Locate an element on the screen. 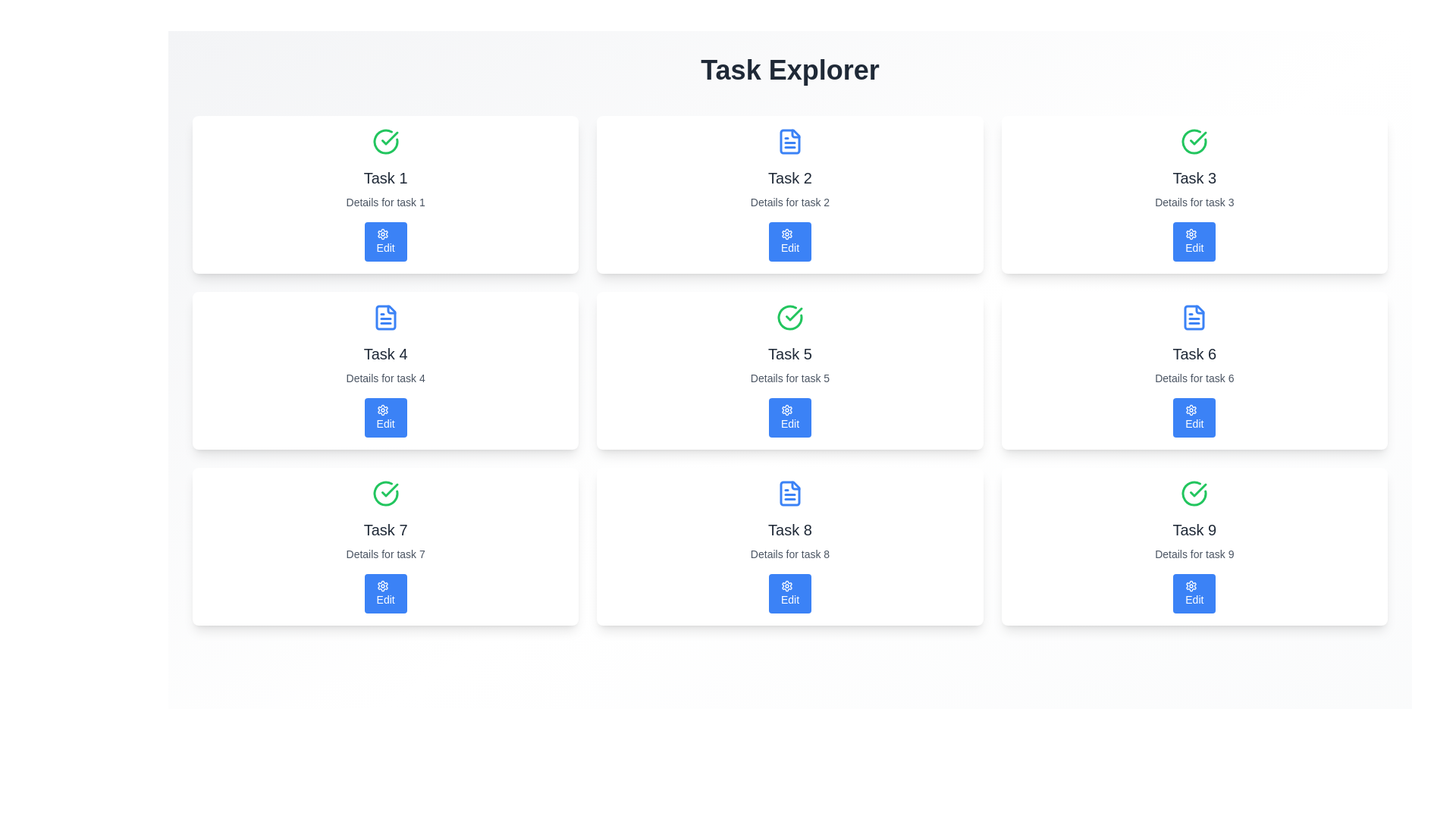 Image resolution: width=1456 pixels, height=819 pixels. the 'Task 3' label displayed in bold font, located in the third position of the first row of a grid layout is located at coordinates (1194, 177).